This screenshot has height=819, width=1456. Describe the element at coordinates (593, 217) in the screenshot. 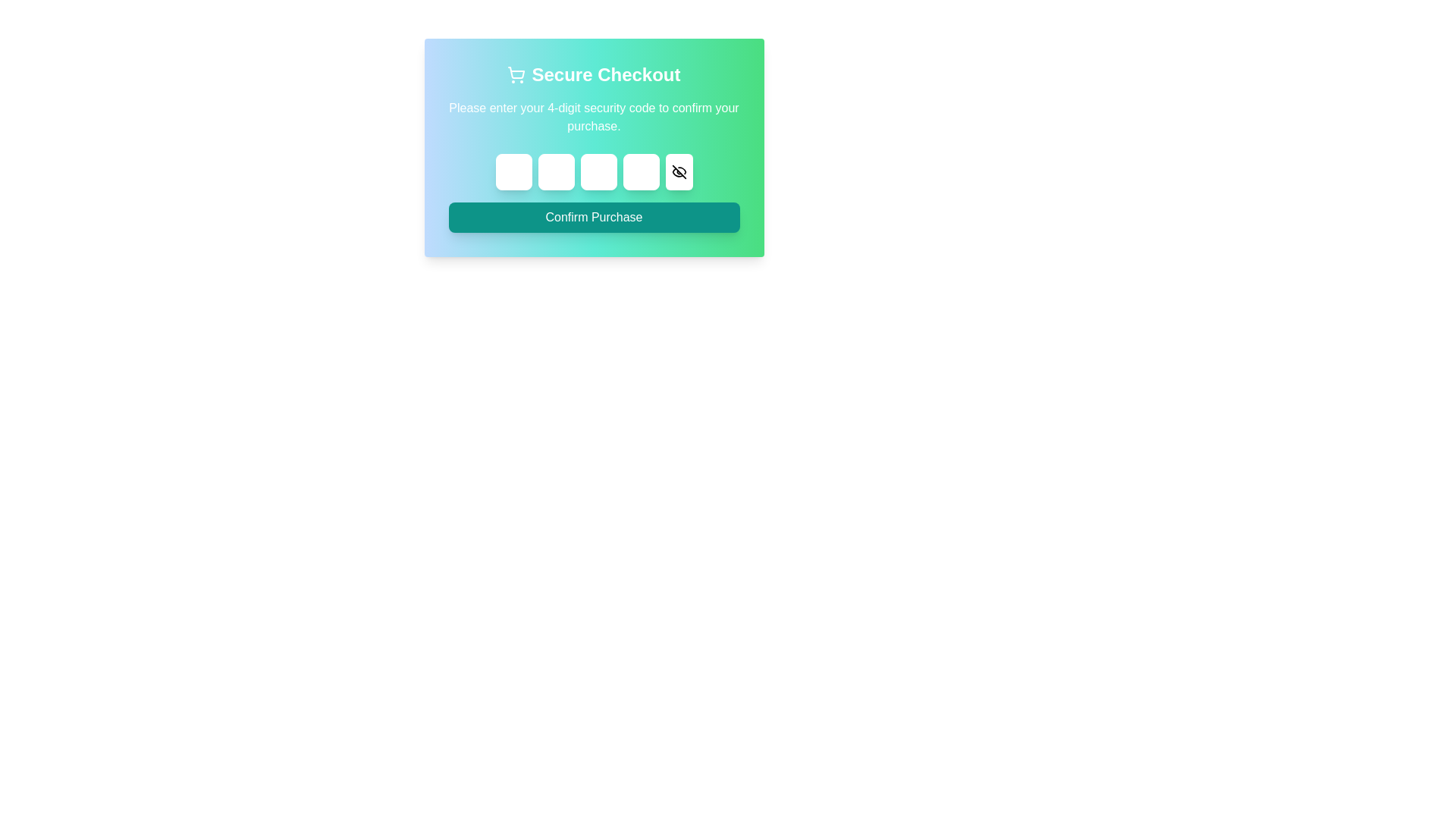

I see `the 'Confirm Purchase' button with a teal background and rounded corners located at the bottom of the gradient modal to proceed` at that location.